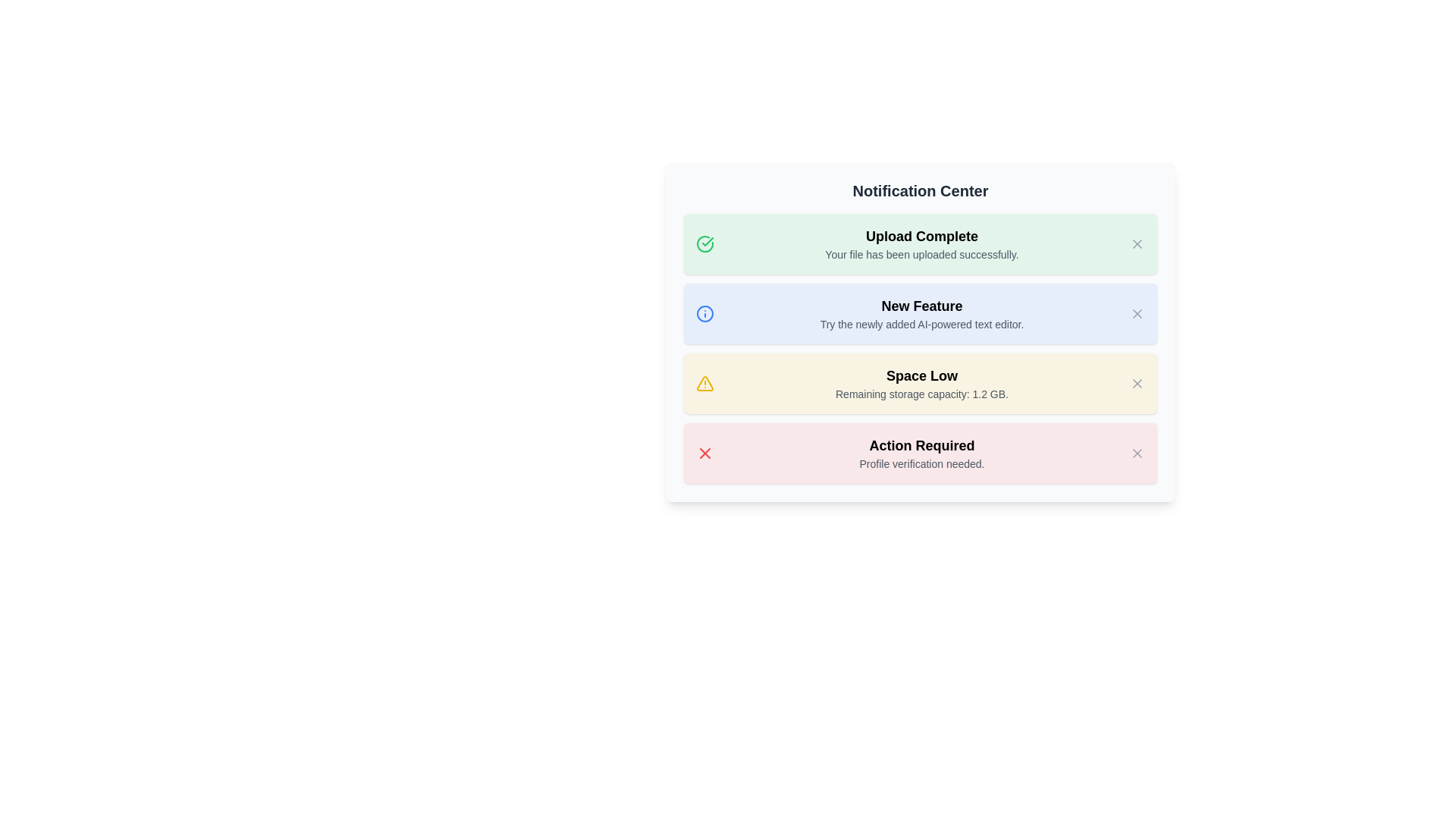 The width and height of the screenshot is (1456, 819). What do you see at coordinates (1137, 452) in the screenshot?
I see `the cross ('X') icon in the bottom-right corner of the 'Action Required' notification to potentially reveal additional details` at bounding box center [1137, 452].